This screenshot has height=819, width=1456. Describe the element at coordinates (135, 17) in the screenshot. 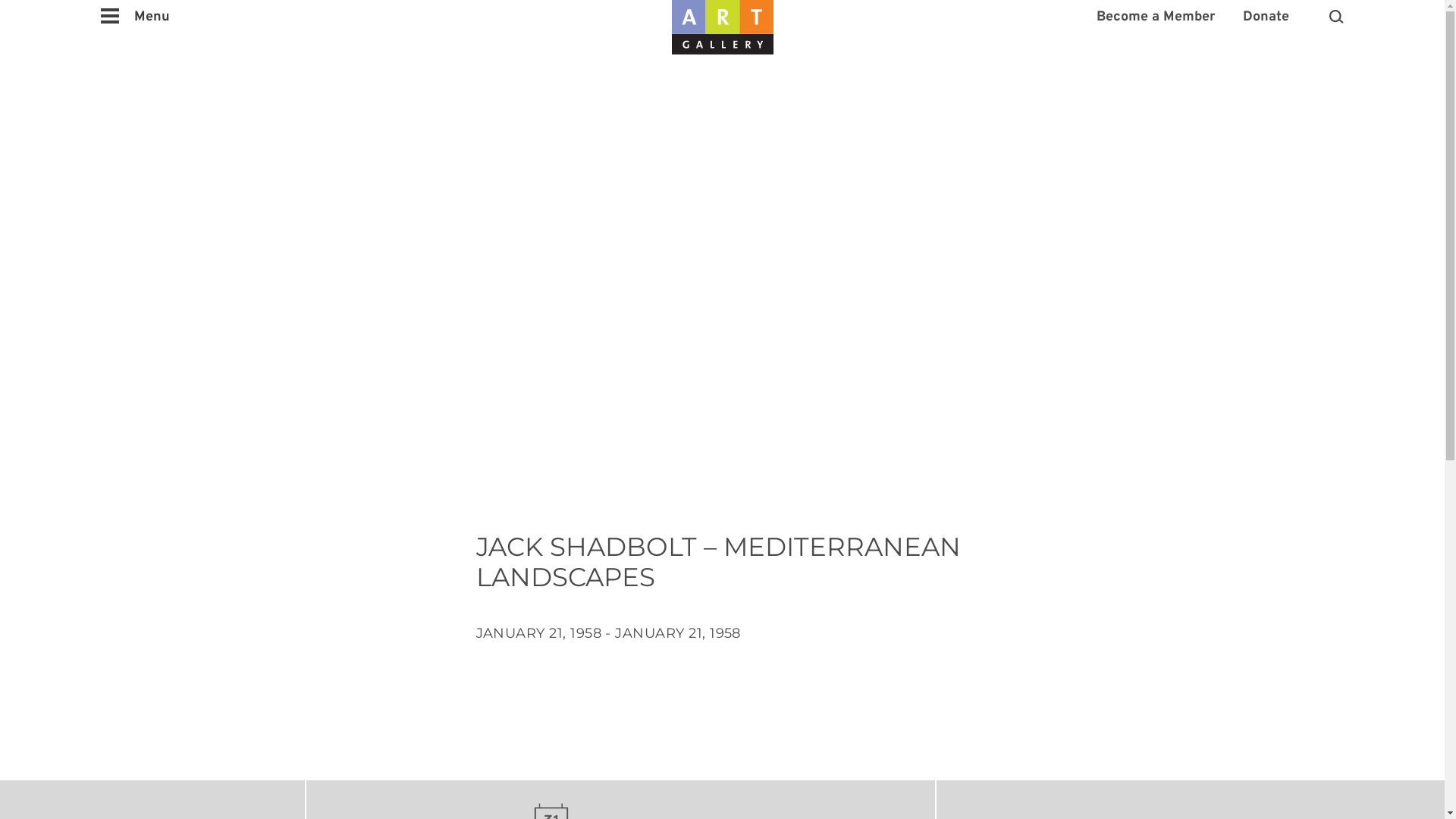

I see `'Menu'` at that location.